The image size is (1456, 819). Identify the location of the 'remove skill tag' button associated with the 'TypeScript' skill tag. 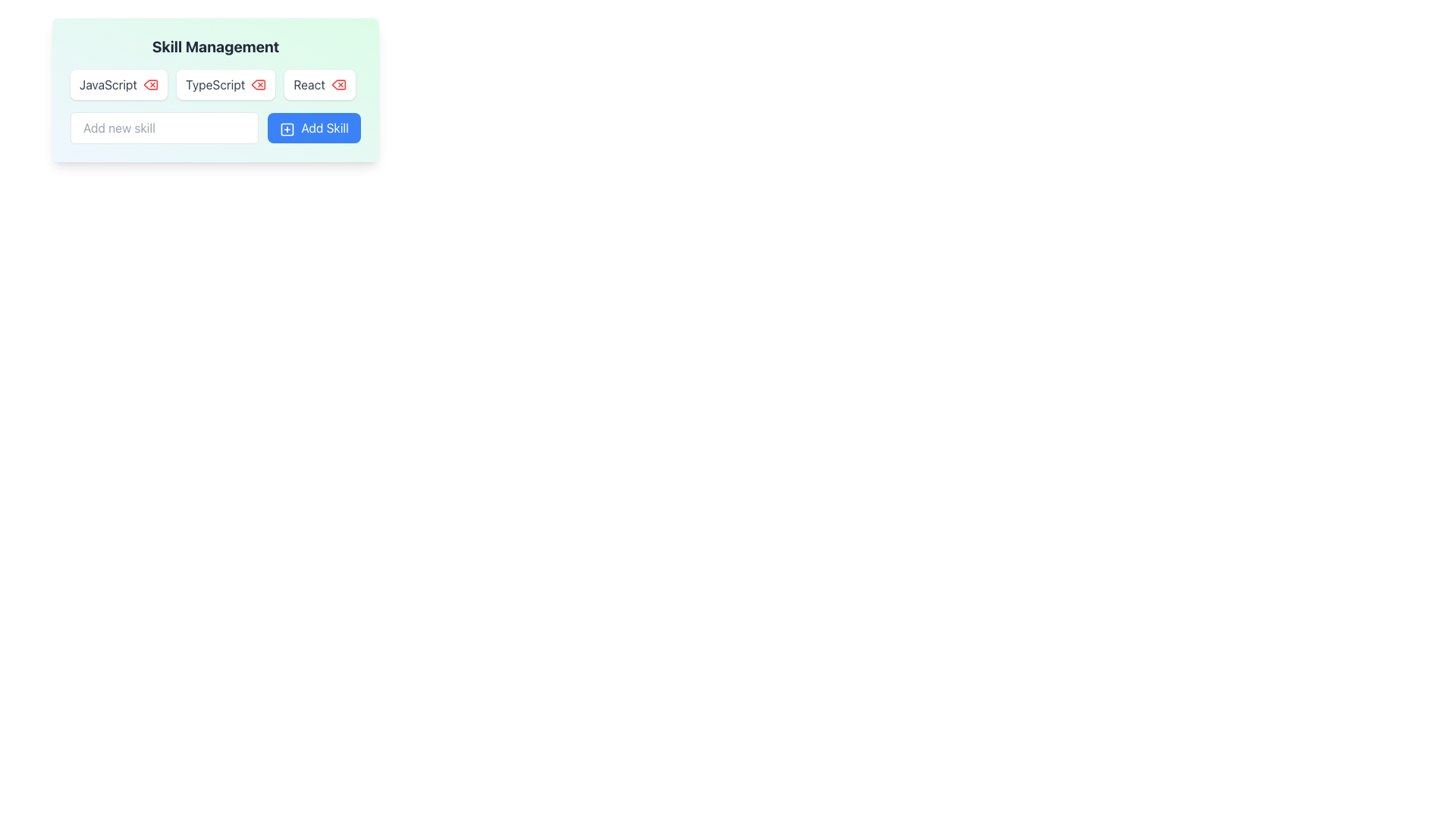
(259, 84).